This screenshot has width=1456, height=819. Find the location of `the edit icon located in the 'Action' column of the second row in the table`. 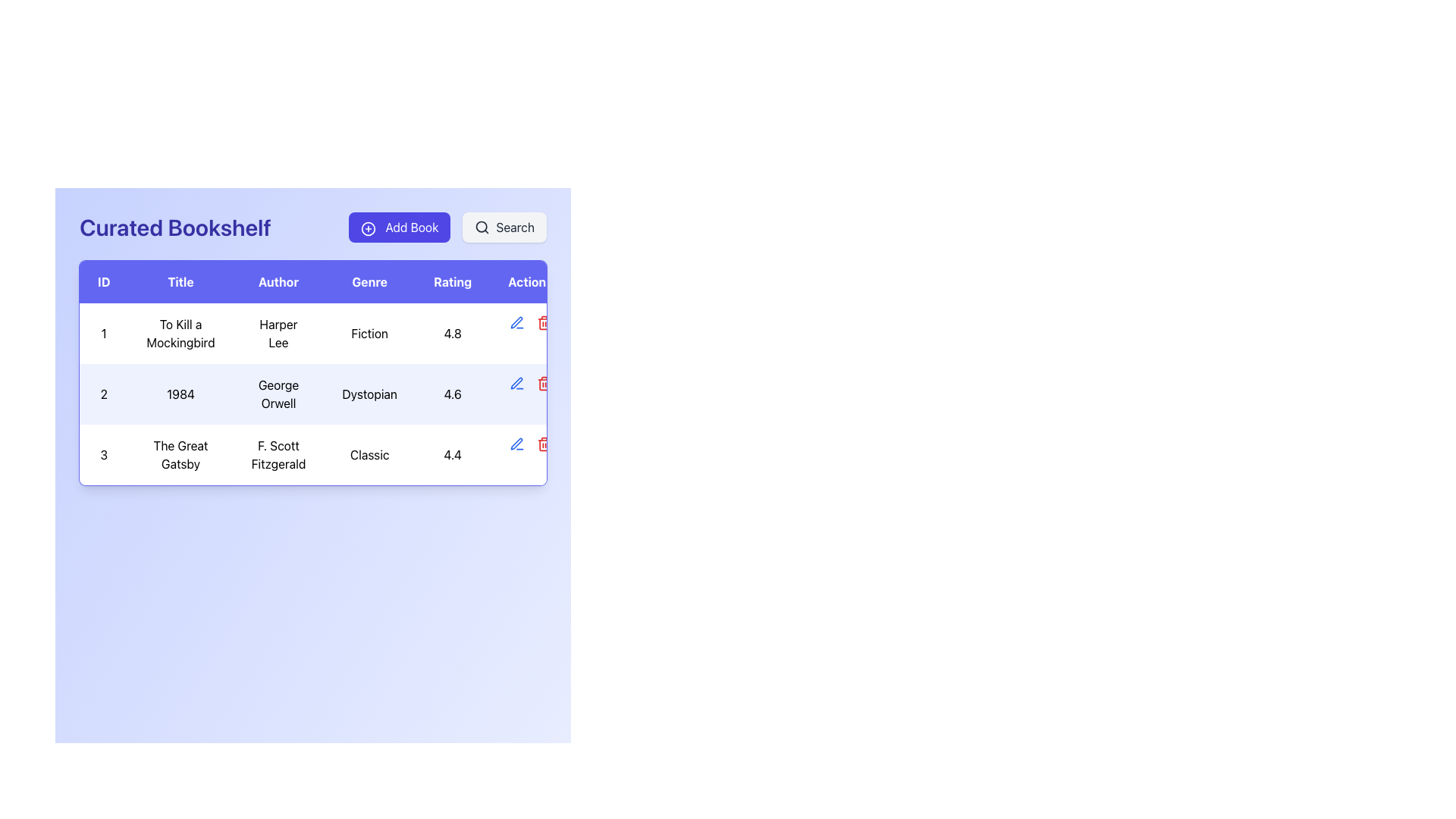

the edit icon located in the 'Action' column of the second row in the table is located at coordinates (516, 444).